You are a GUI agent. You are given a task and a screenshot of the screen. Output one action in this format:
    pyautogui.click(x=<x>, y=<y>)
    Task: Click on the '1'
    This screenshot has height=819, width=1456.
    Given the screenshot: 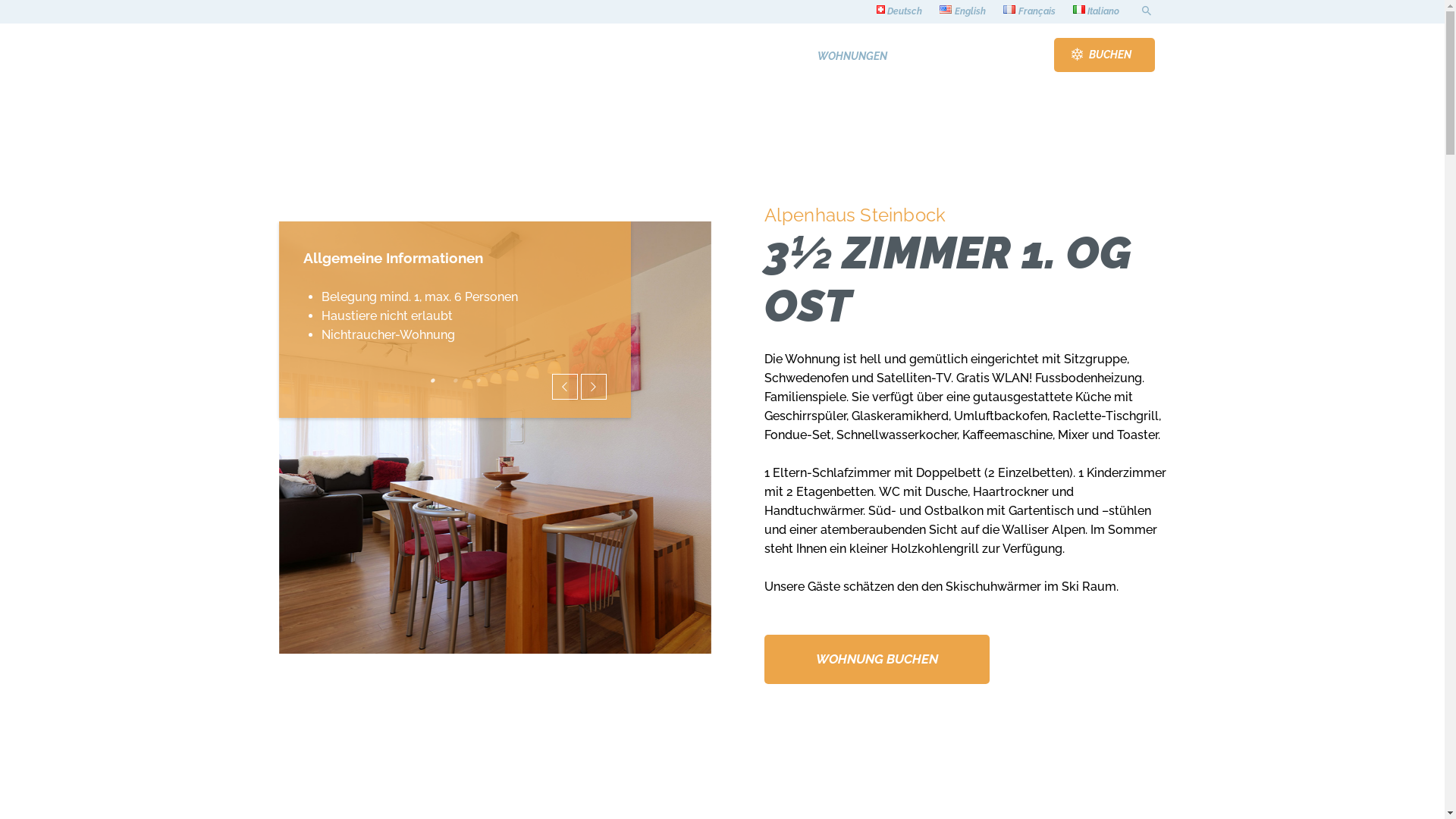 What is the action you would take?
    pyautogui.click(x=431, y=379)
    